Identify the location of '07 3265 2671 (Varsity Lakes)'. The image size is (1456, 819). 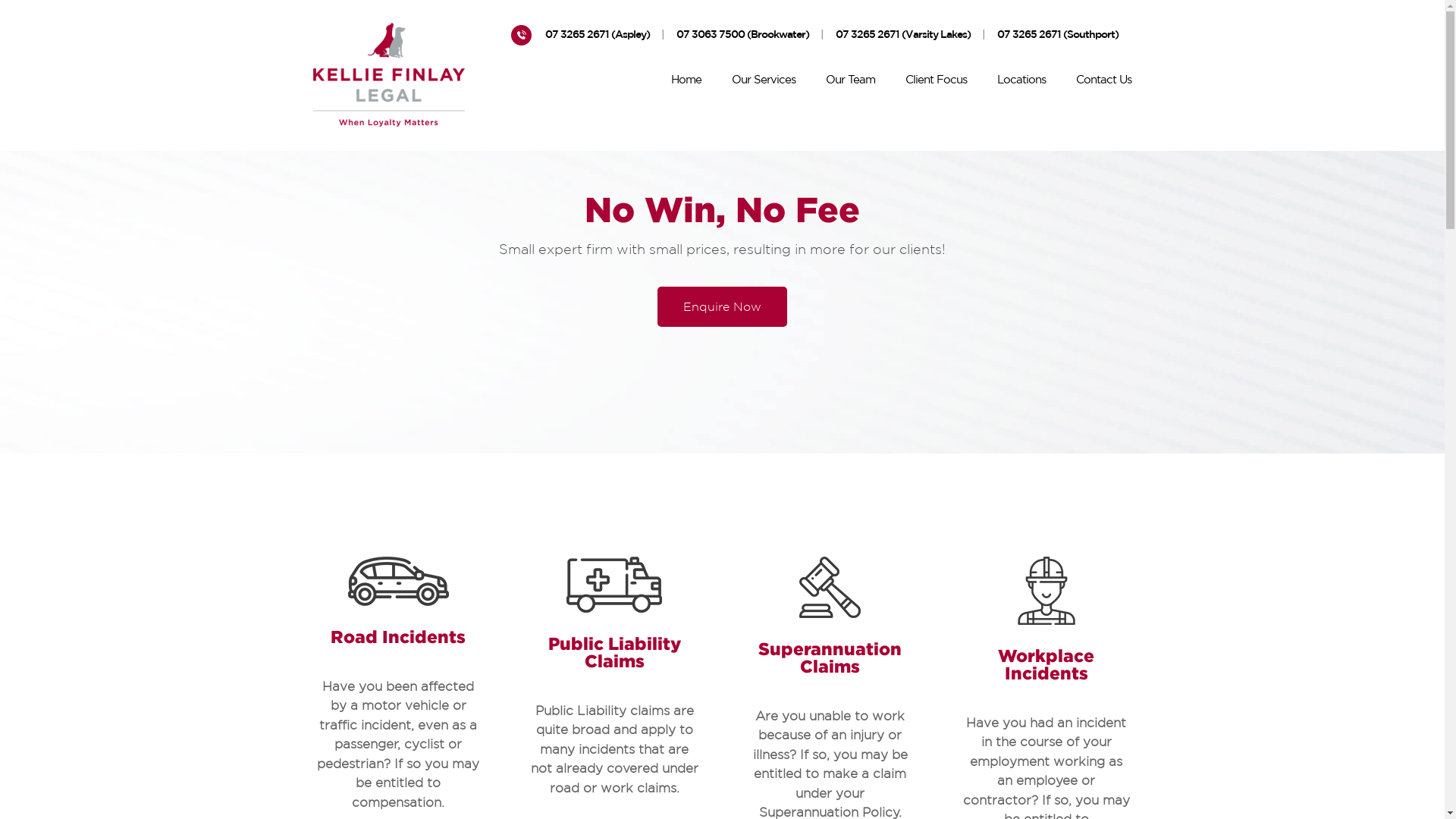
(835, 36).